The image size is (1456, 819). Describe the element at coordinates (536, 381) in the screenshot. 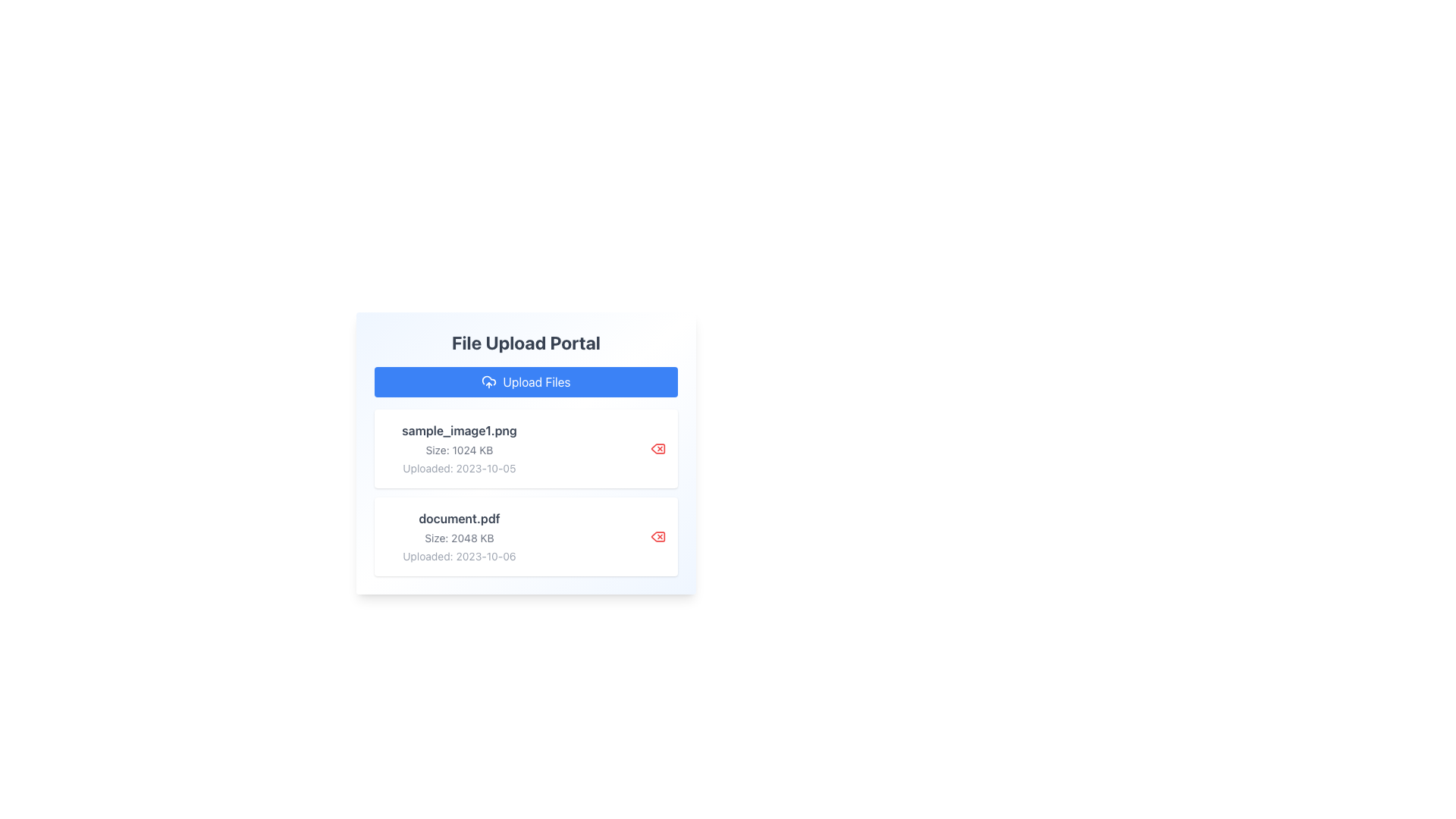

I see `static text 'Upload Files' displayed in white on a blue background, located centrally at the top of the file upload interface` at that location.